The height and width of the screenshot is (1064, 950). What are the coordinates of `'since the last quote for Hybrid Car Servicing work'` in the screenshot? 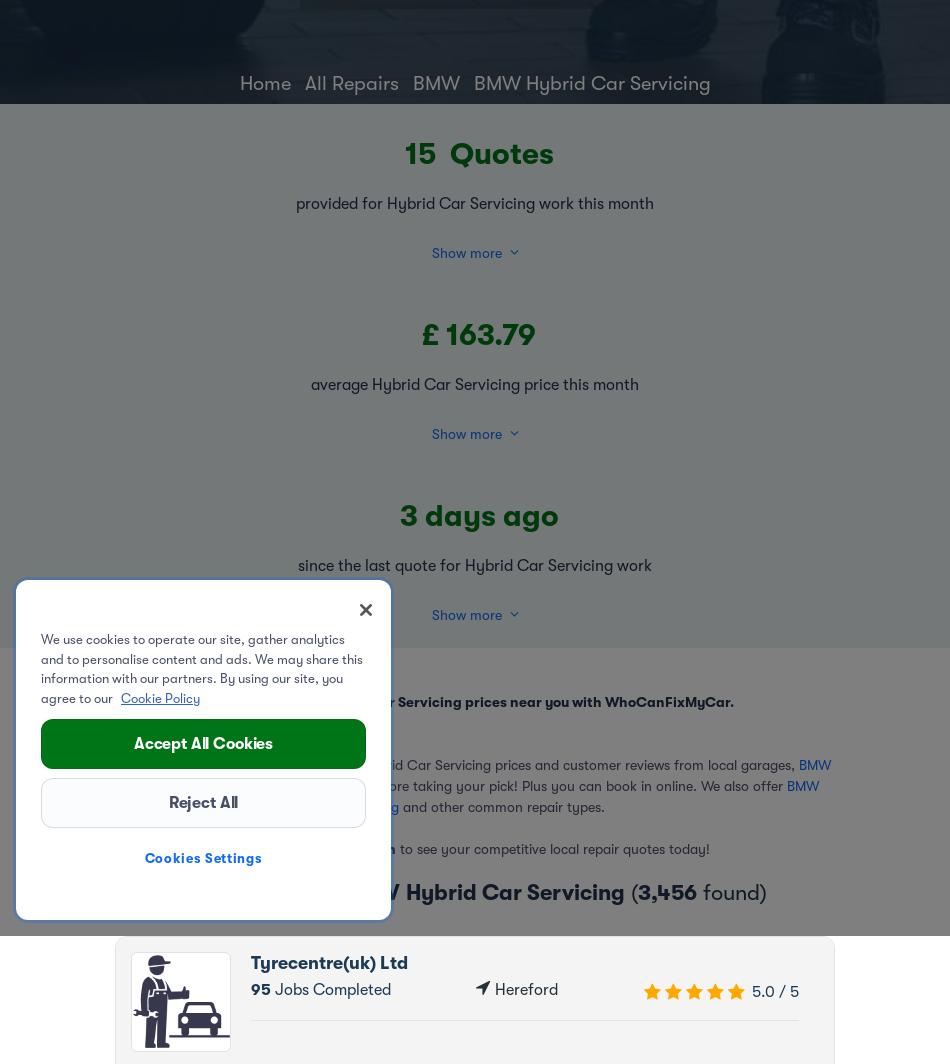 It's located at (297, 564).